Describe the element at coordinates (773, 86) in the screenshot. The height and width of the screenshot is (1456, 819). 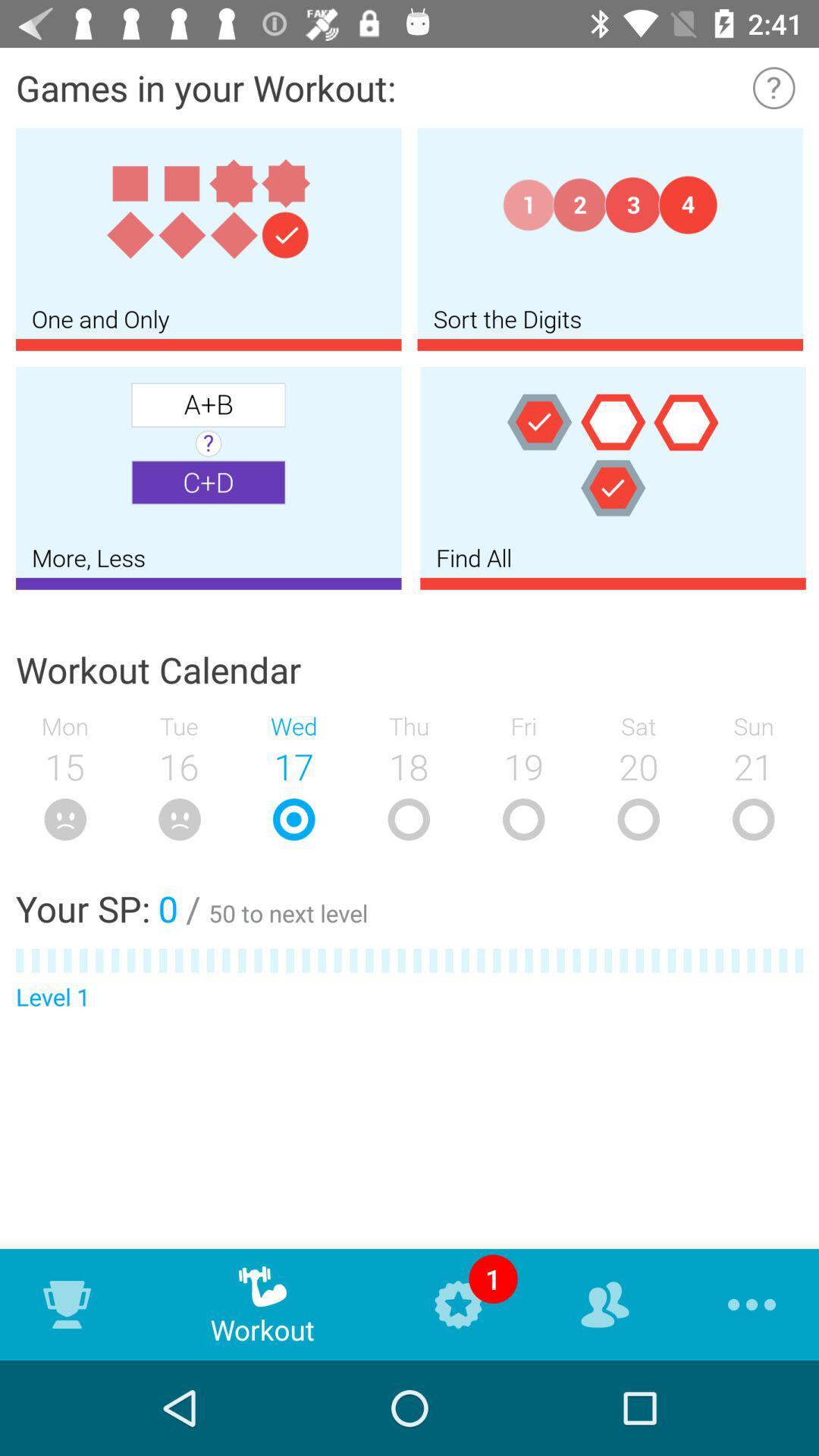
I see `help screen` at that location.